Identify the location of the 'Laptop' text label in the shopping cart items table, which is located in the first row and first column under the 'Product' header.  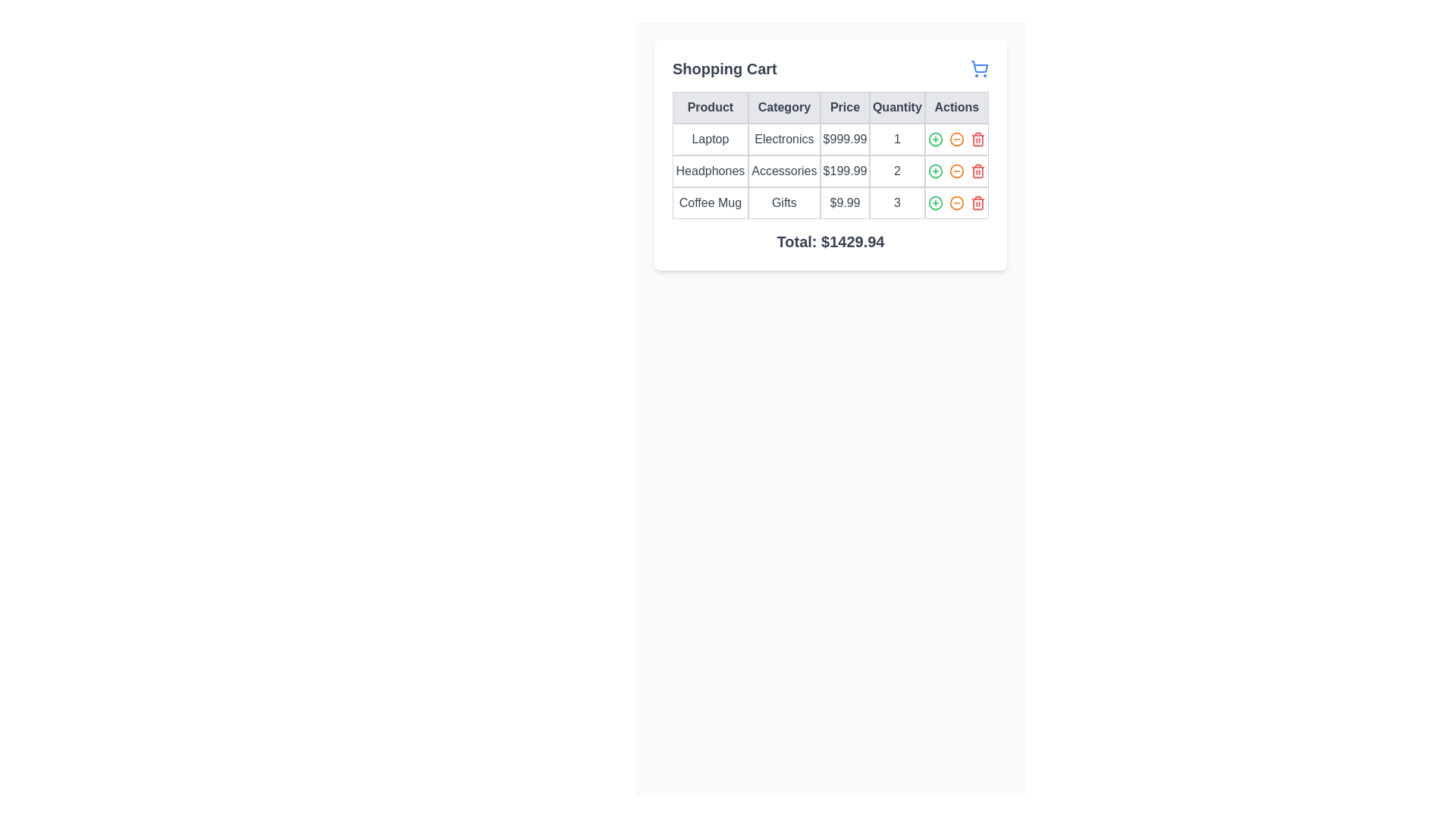
(709, 140).